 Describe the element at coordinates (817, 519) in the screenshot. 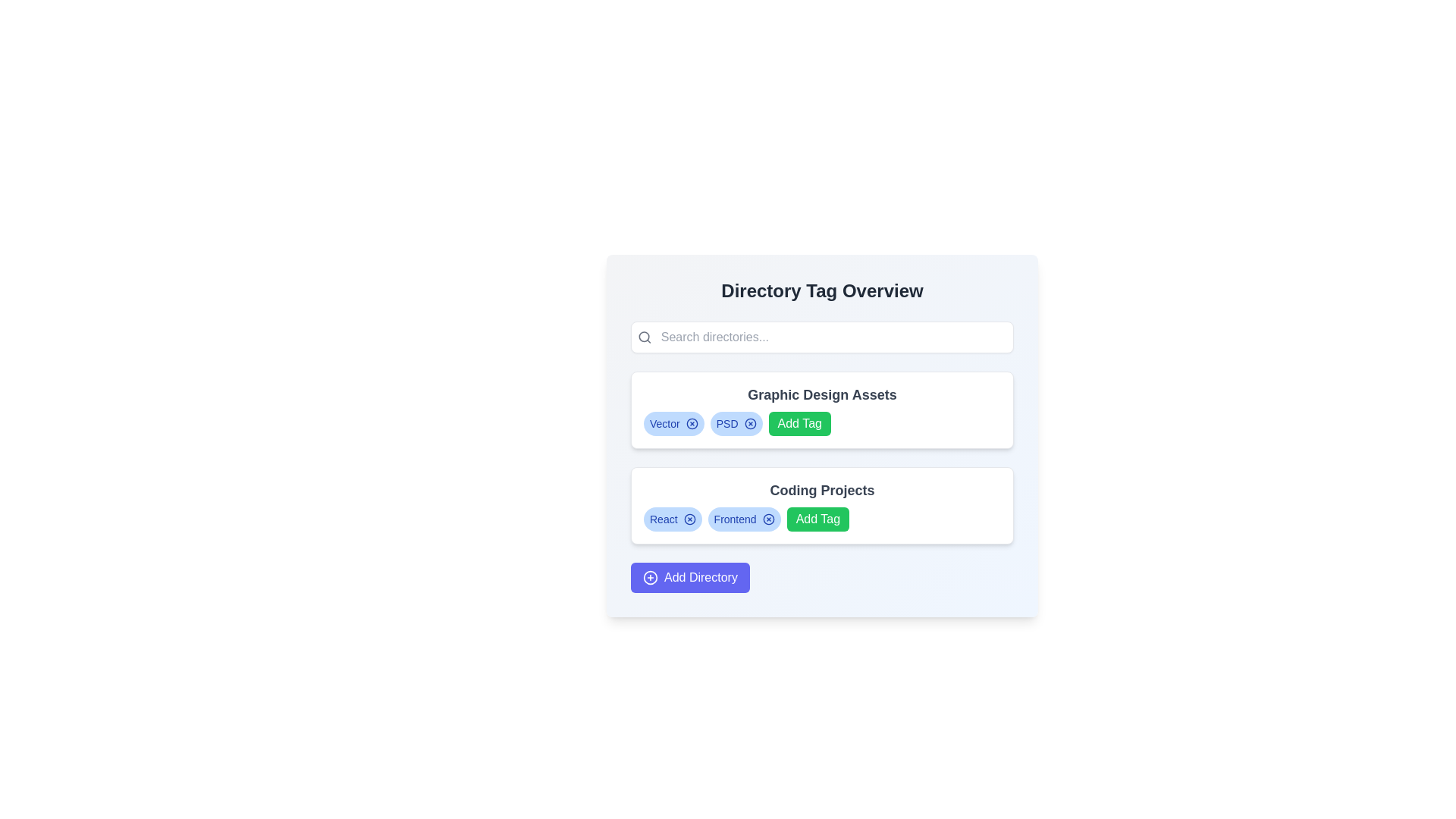

I see `the 'Add Tag' button, which has a green background and white text` at that location.